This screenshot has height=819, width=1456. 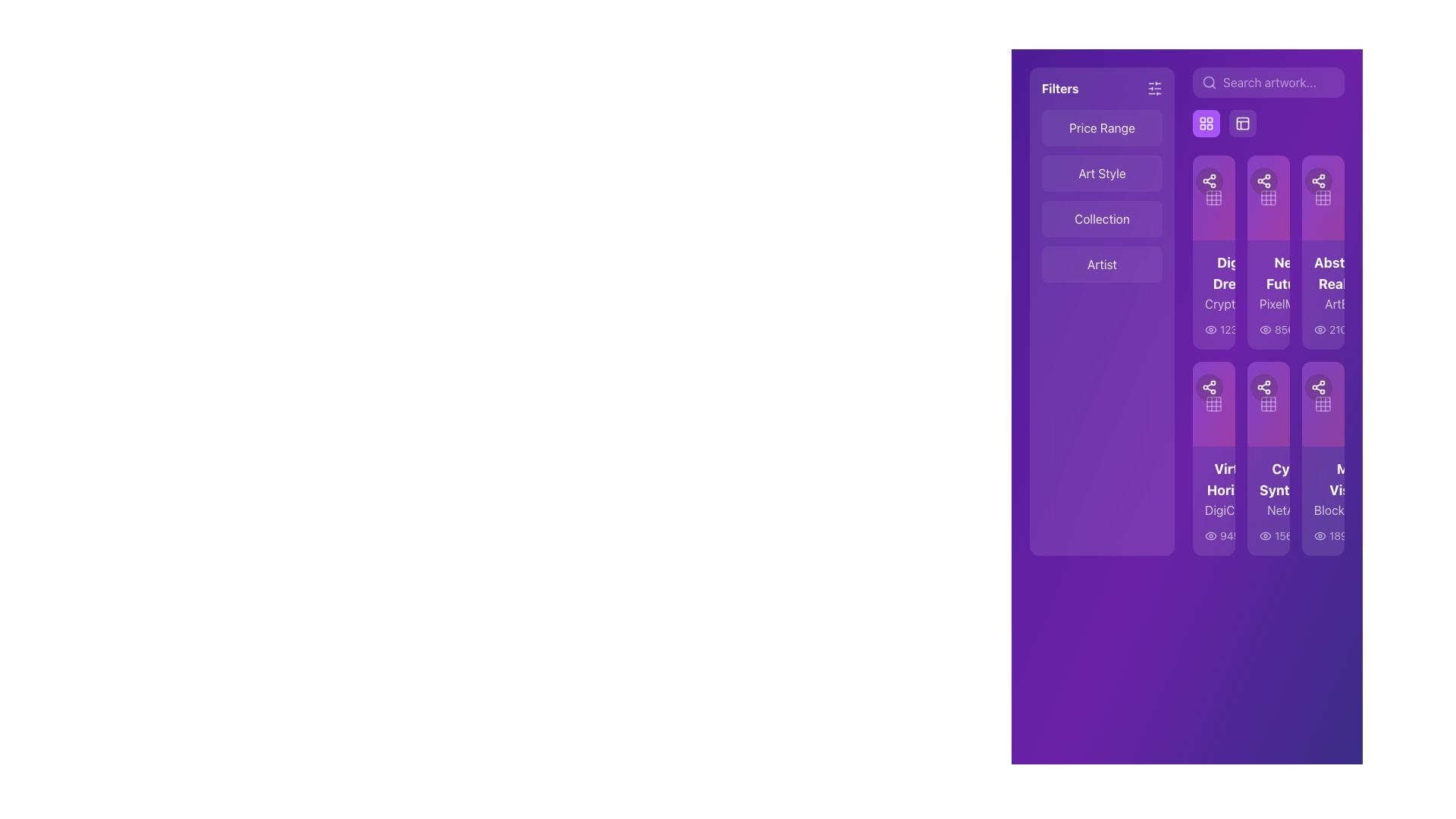 I want to click on the Text Label that represents a numerical value in the bottom section of the Meta Visions card, located in the sixth column of the grid layout, so click(x=1323, y=535).